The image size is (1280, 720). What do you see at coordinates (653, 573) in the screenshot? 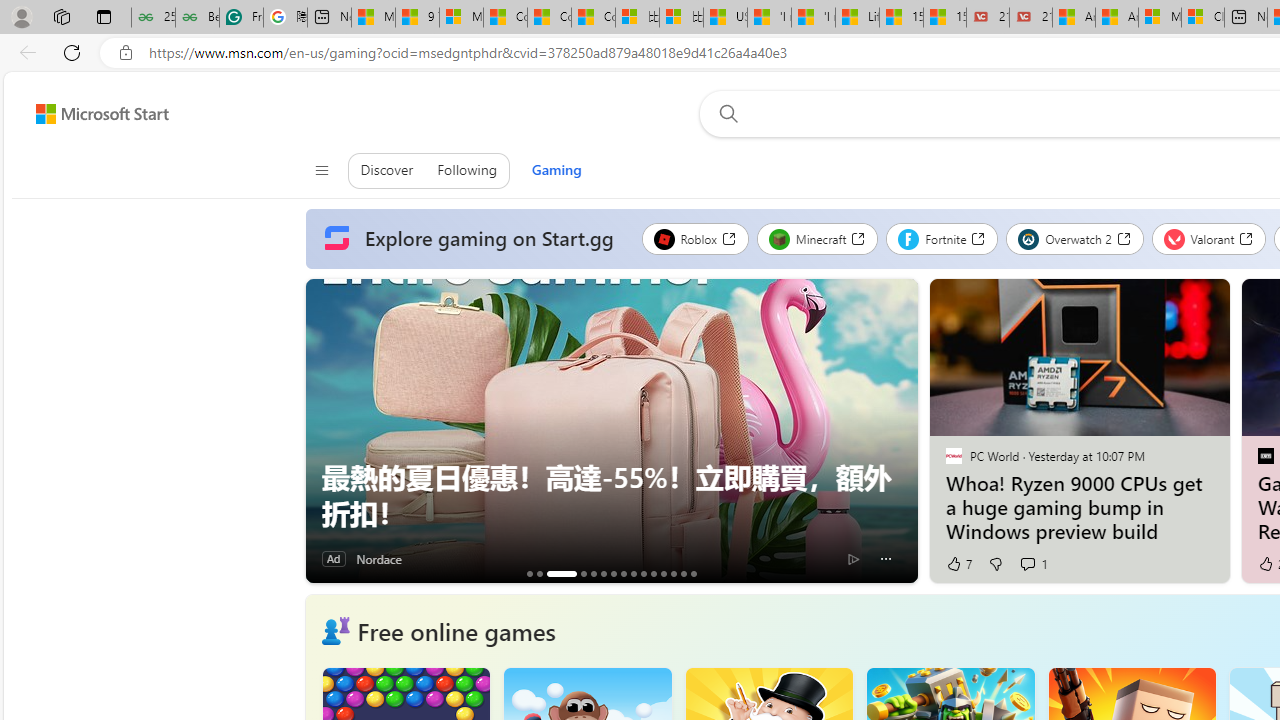
I see `'AutomationID: tab_nativead-infopane-11'` at bounding box center [653, 573].